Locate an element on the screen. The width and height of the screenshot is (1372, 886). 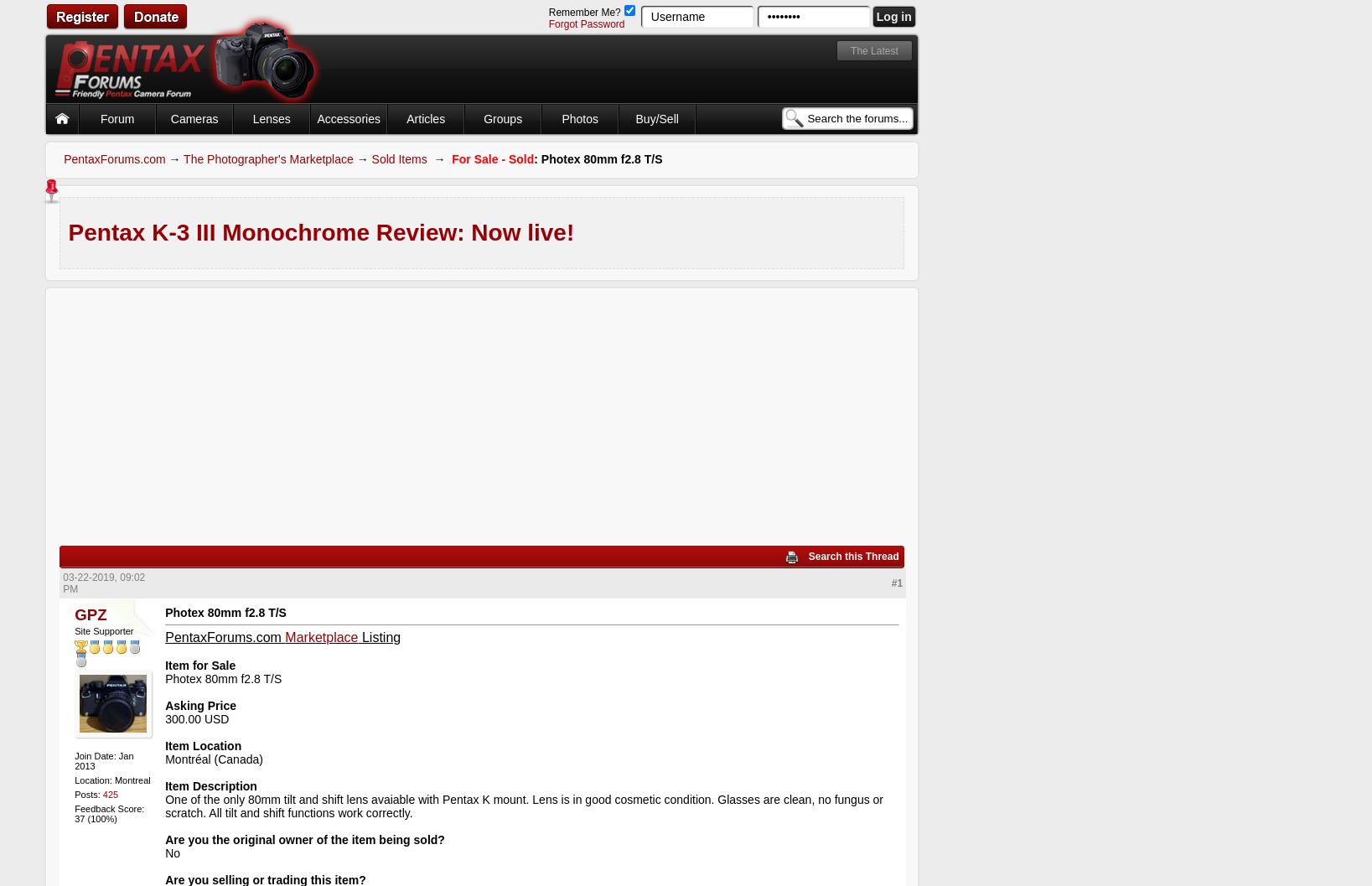
'GPZ' is located at coordinates (91, 613).